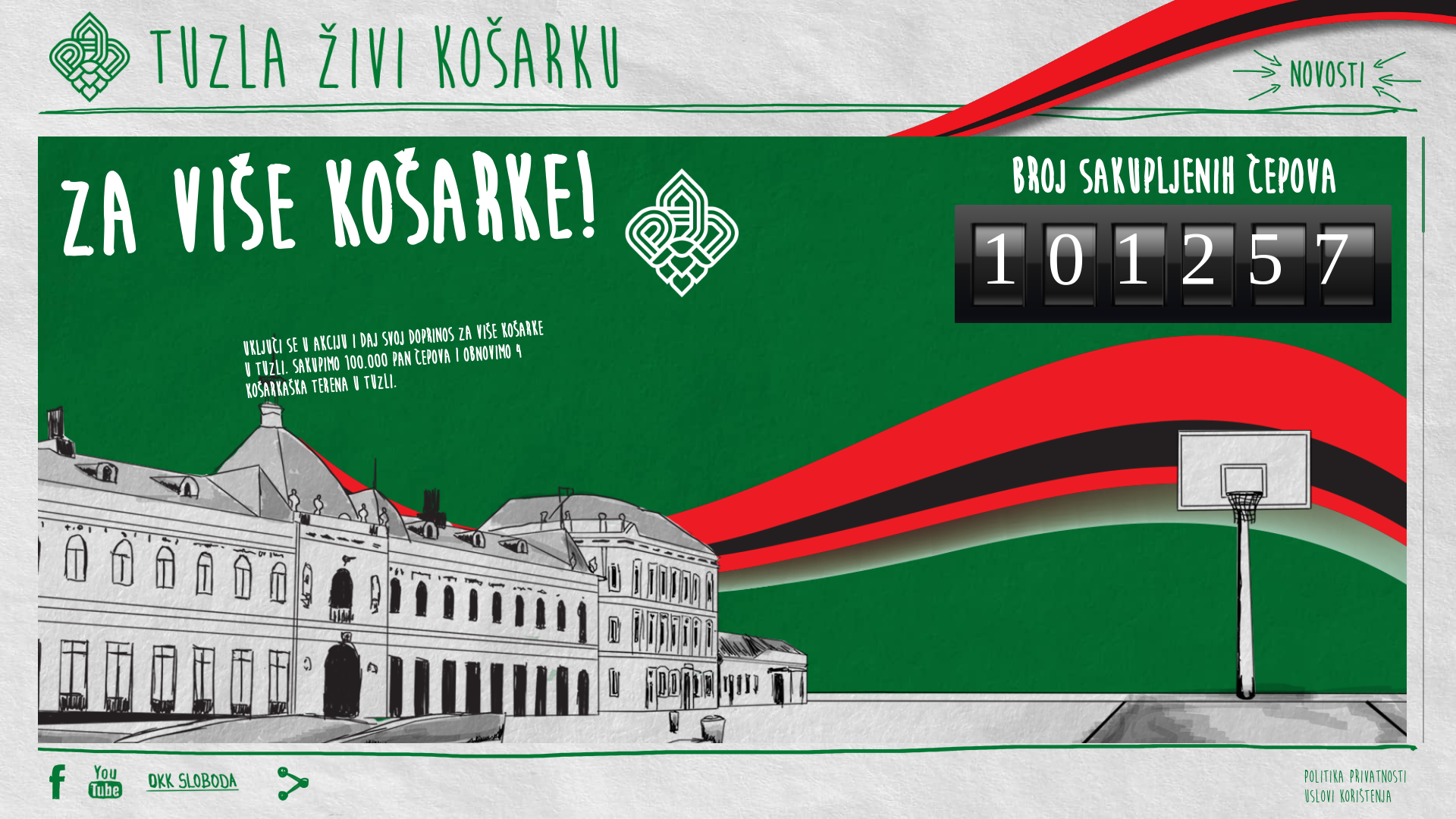 The height and width of the screenshot is (819, 1456). Describe the element at coordinates (1354, 773) in the screenshot. I see `'Politika privatnosti'` at that location.